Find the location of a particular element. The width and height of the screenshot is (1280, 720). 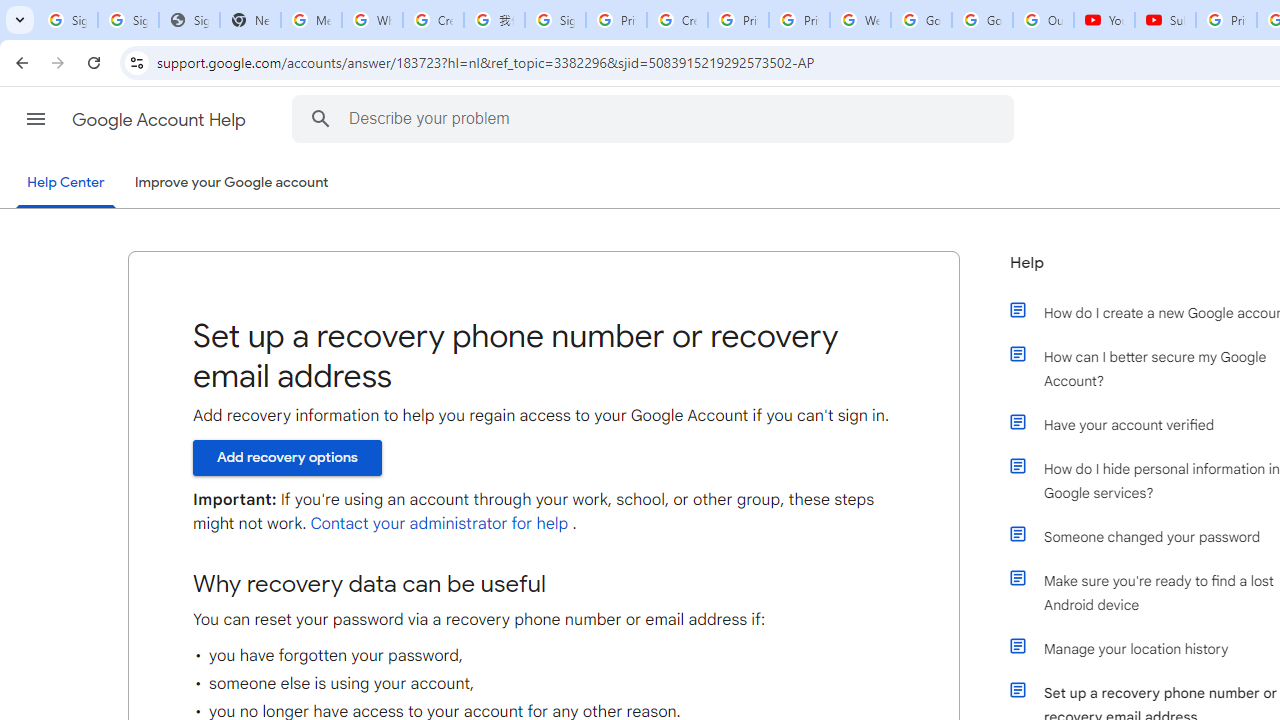

'Sign In - USA TODAY' is located at coordinates (189, 20).